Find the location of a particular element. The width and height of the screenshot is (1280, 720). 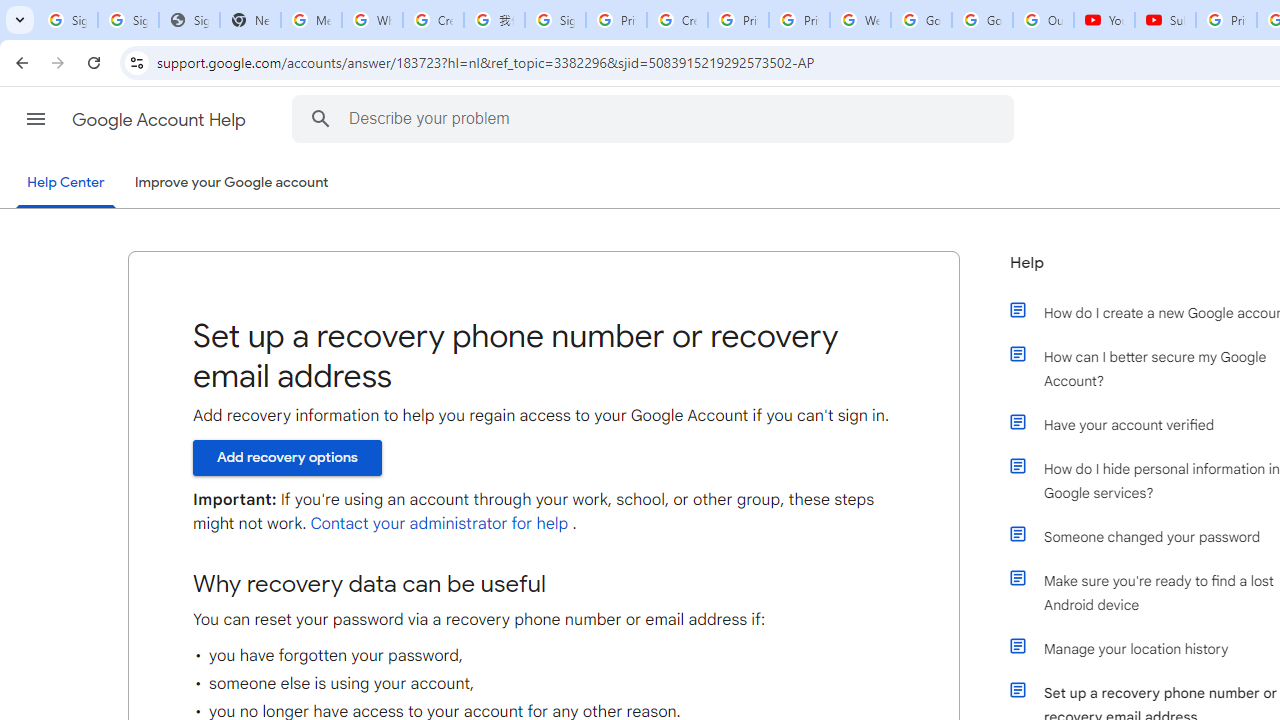

'Sign In - USA TODAY' is located at coordinates (189, 20).